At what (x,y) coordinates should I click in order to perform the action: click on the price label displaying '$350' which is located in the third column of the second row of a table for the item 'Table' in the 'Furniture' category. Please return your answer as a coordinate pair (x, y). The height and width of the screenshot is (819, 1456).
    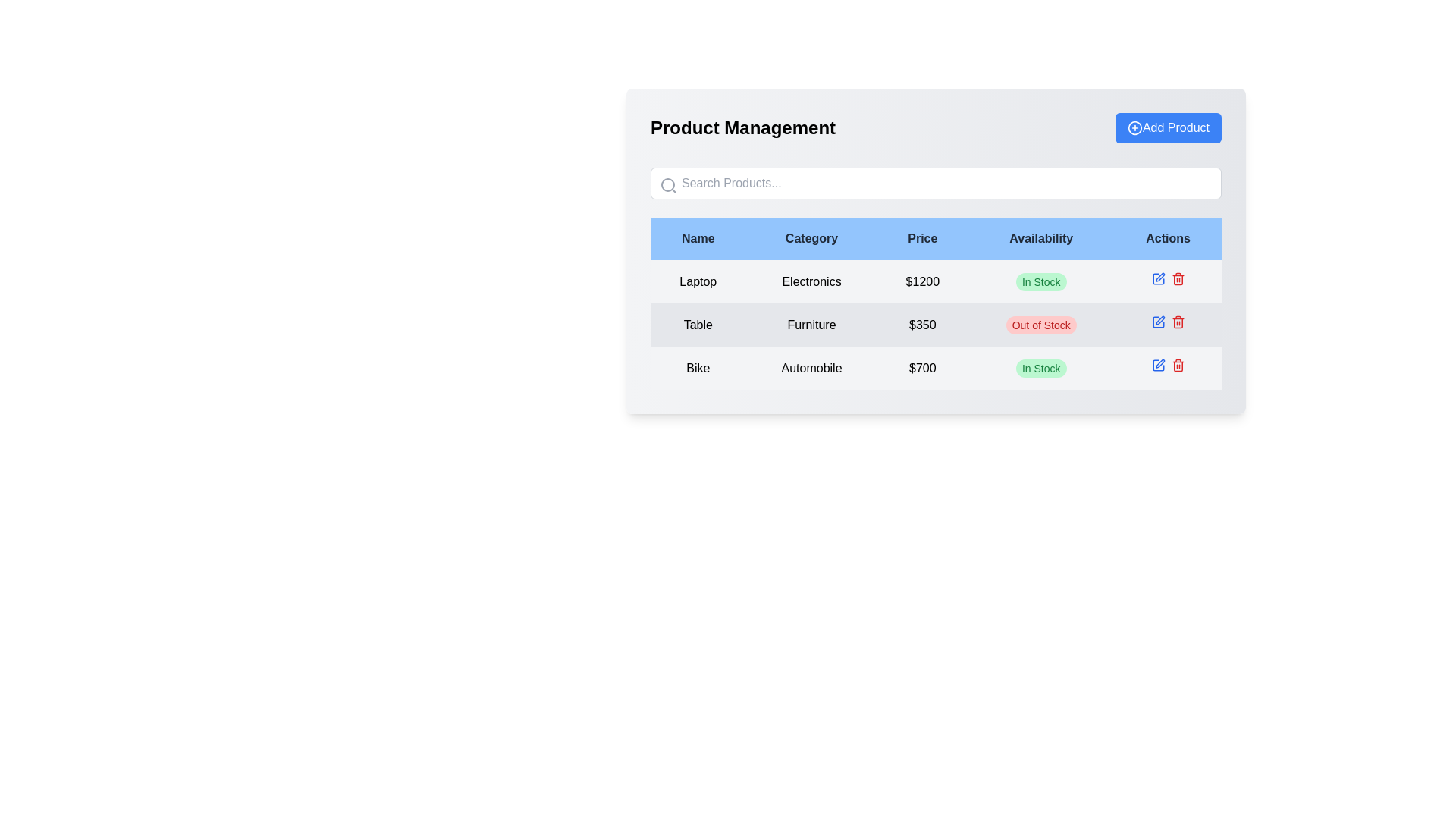
    Looking at the image, I should click on (921, 324).